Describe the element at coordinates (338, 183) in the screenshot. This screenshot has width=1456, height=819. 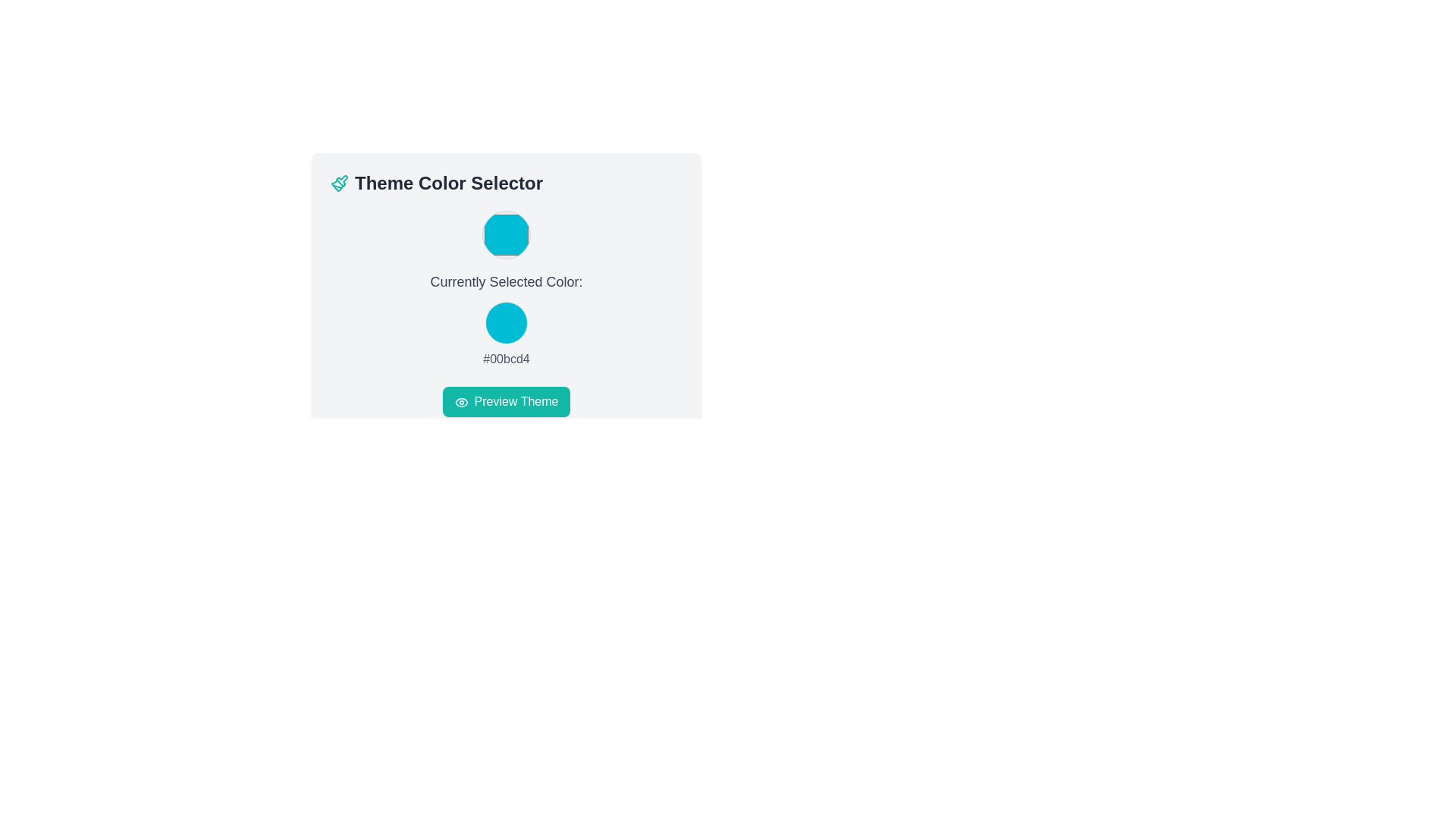
I see `the paintbrush icon located to the far left within the 'Theme Color Selector' section` at that location.